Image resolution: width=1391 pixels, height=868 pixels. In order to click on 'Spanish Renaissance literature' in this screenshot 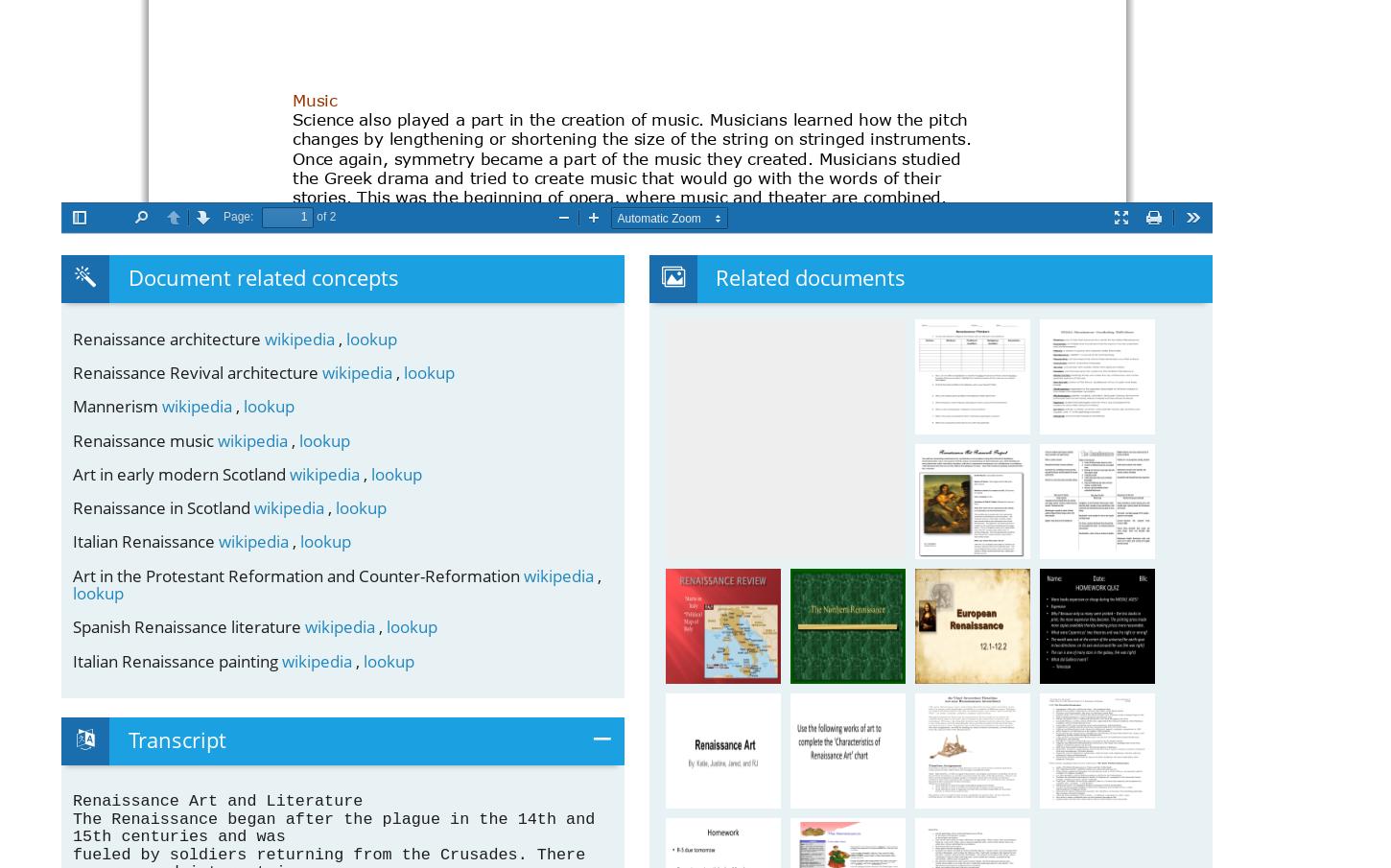, I will do `click(188, 625)`.